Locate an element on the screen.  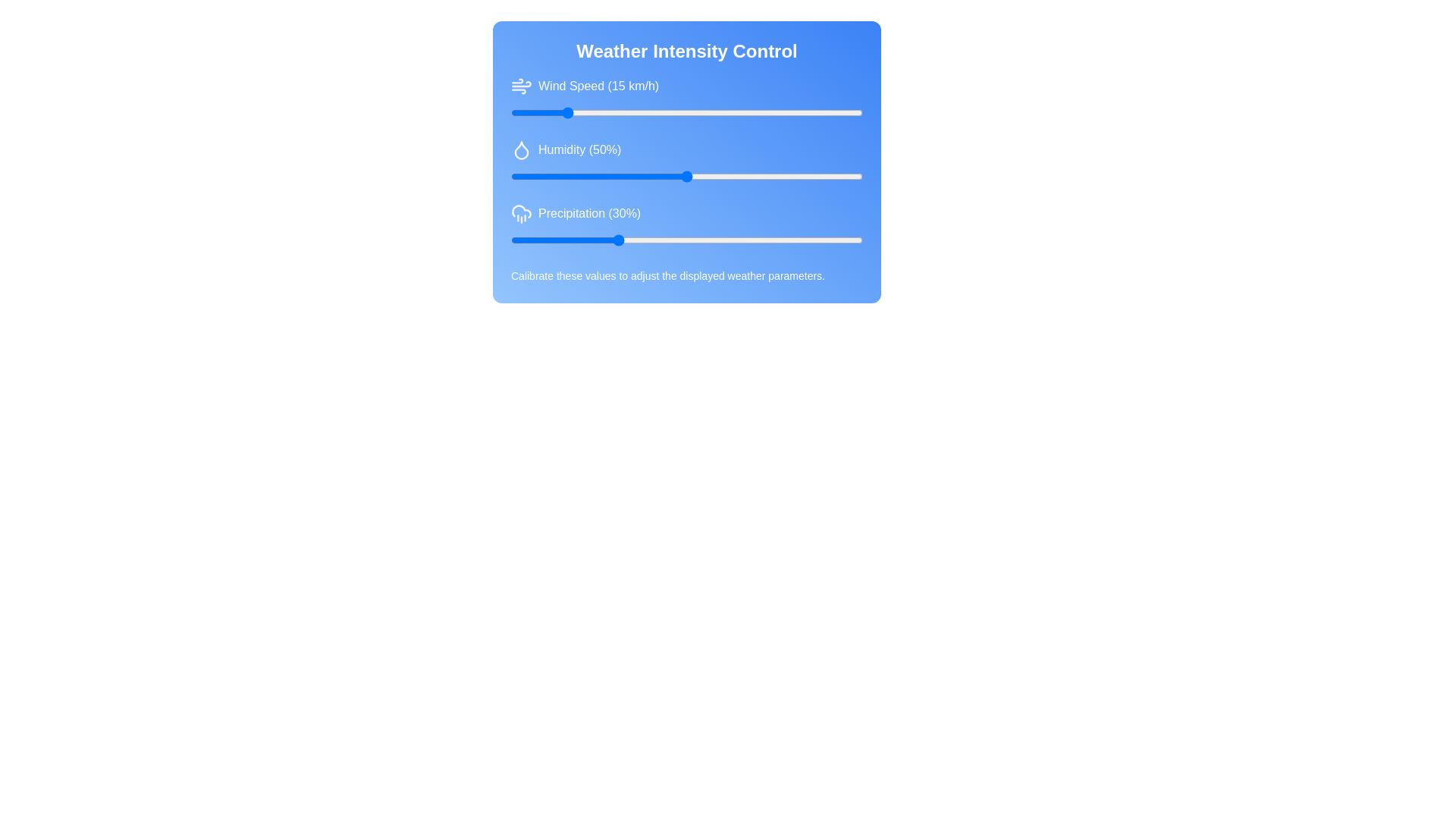
the wind speed is located at coordinates (782, 112).